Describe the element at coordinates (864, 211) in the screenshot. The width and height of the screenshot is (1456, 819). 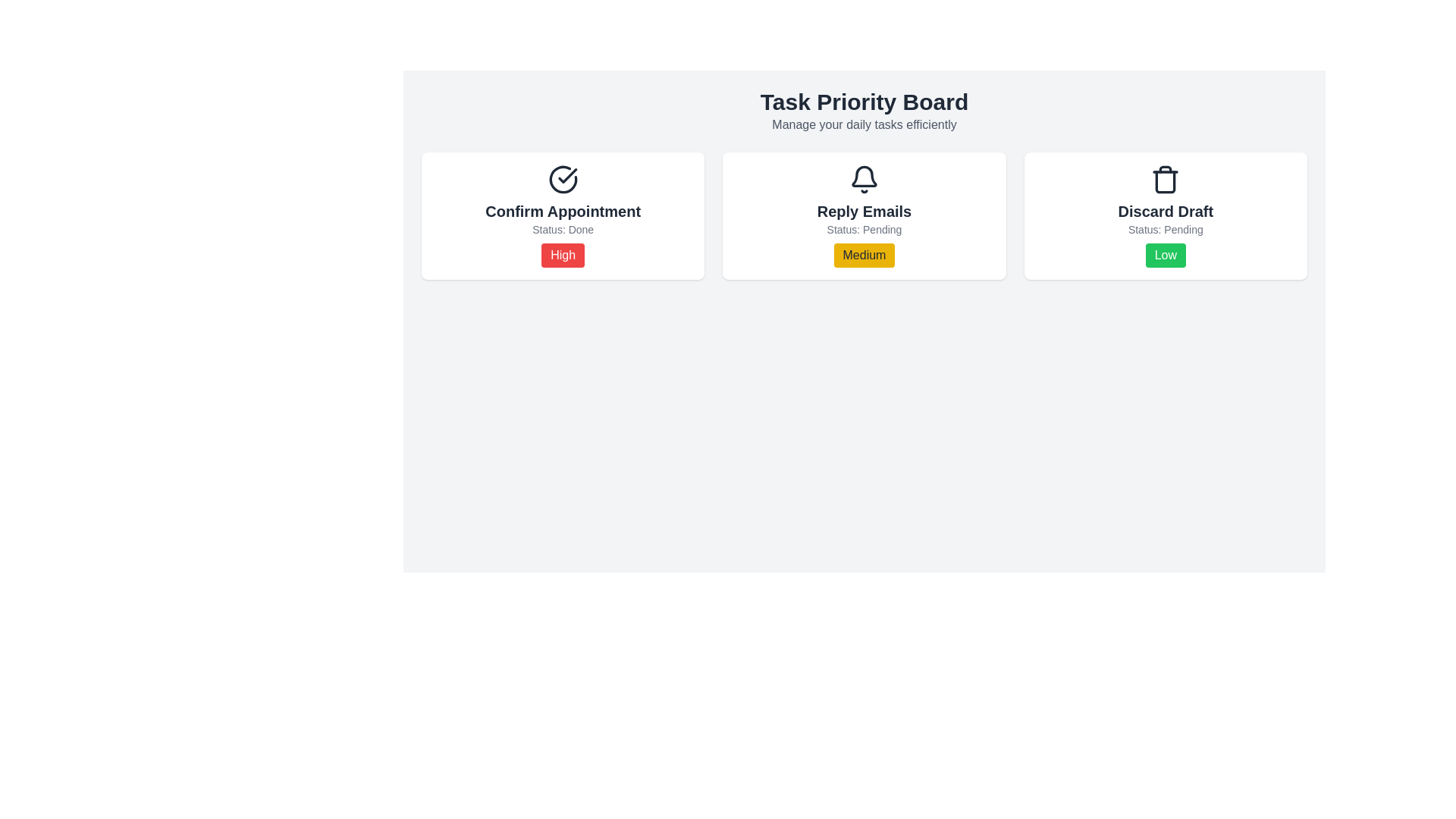
I see `the 'Reply Emails' text label, which is styled in bold sans-serif font and positioned beneath a bell icon in the middle card of a three-card grid` at that location.